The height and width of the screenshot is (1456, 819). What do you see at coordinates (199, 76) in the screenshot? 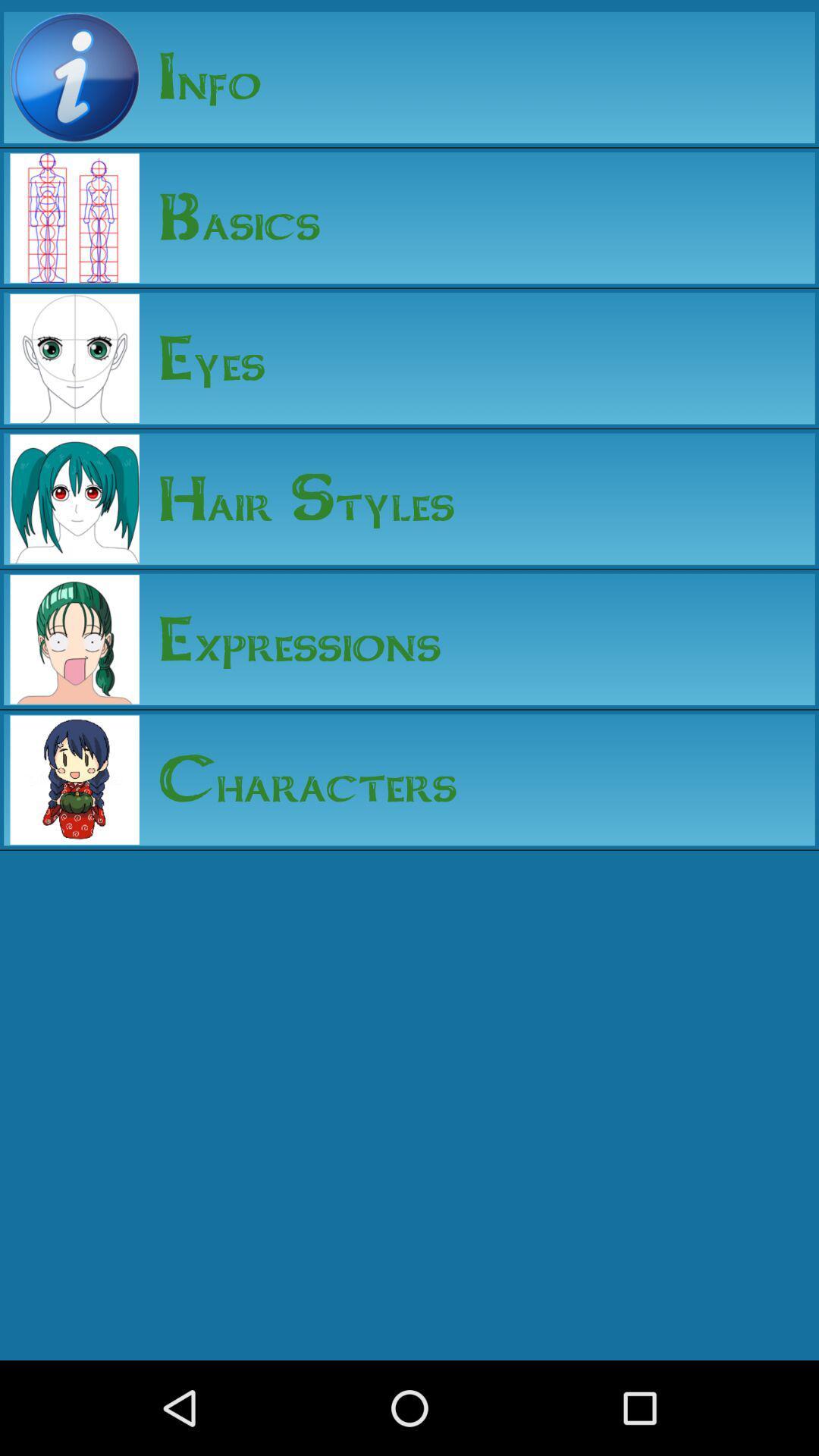
I see `the info icon` at bounding box center [199, 76].